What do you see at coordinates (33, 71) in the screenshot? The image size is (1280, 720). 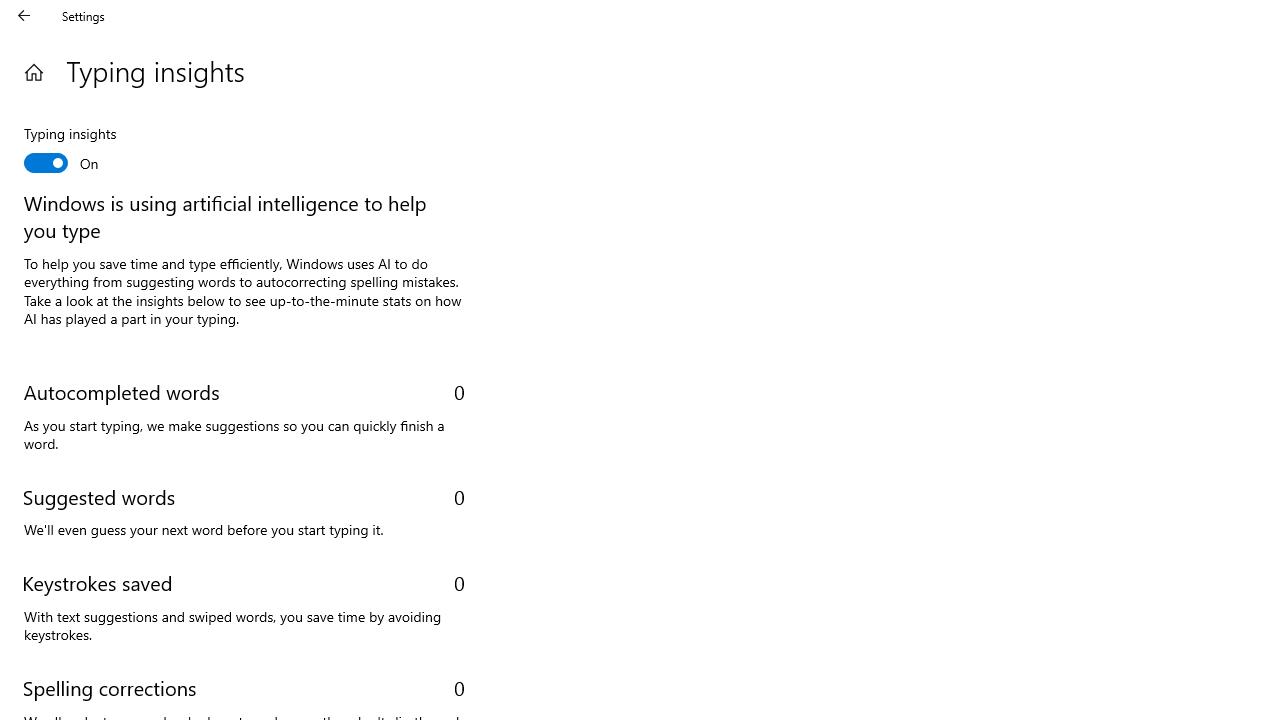 I see `'Home'` at bounding box center [33, 71].